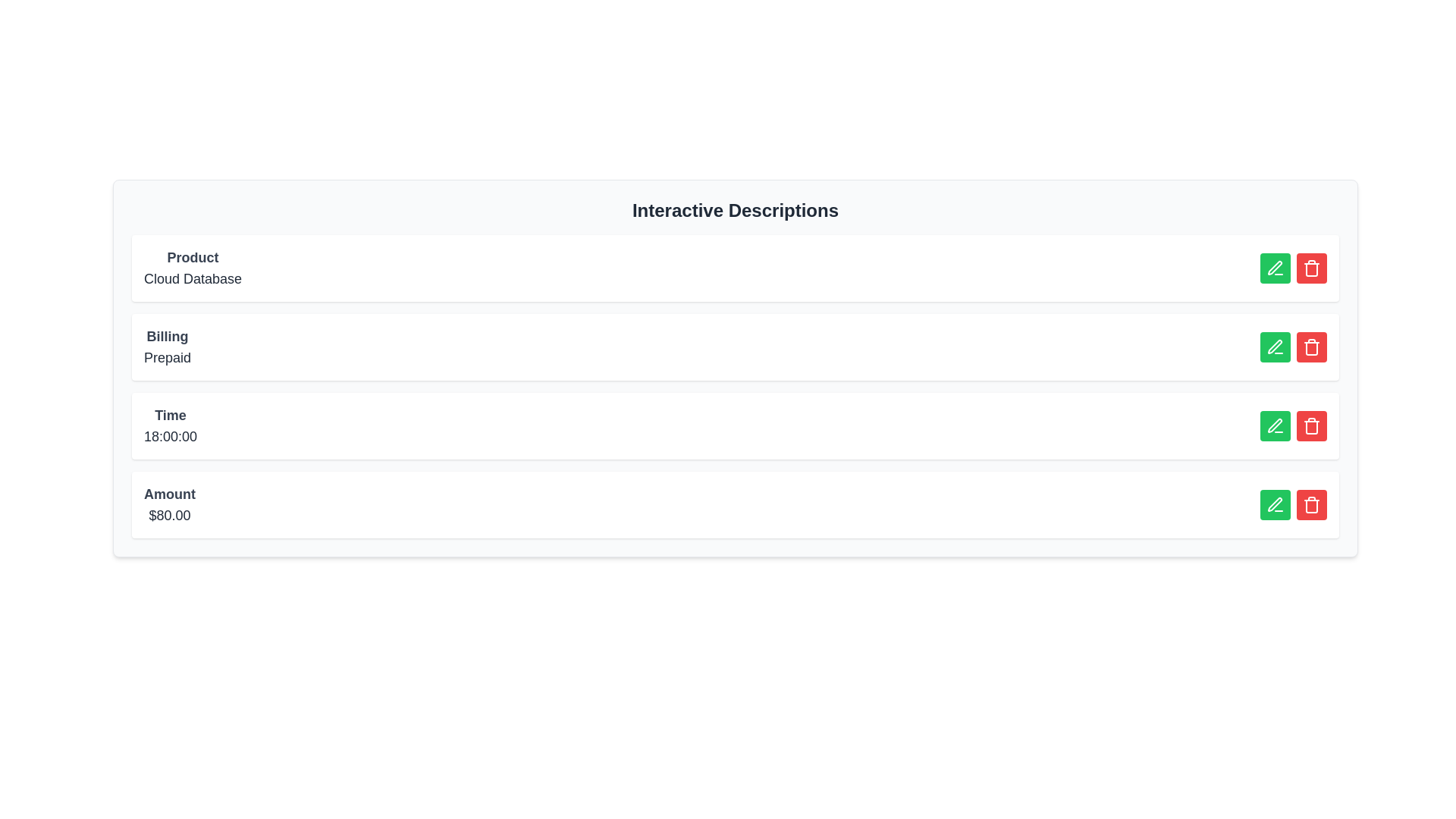 The image size is (1456, 819). I want to click on the green rectangular button with a pen icon, so click(1274, 426).